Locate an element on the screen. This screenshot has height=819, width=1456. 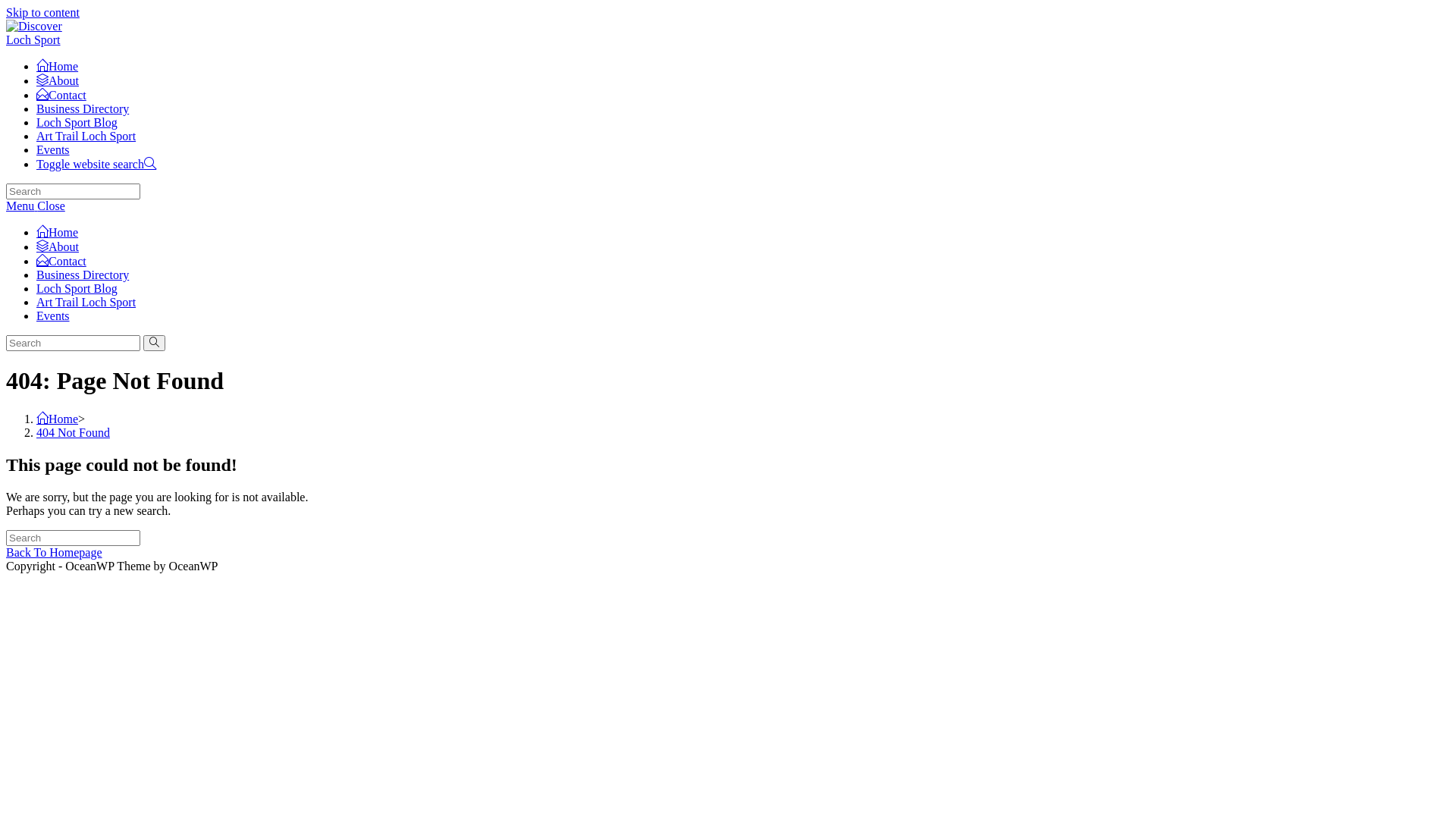
'Business Directory' is located at coordinates (82, 275).